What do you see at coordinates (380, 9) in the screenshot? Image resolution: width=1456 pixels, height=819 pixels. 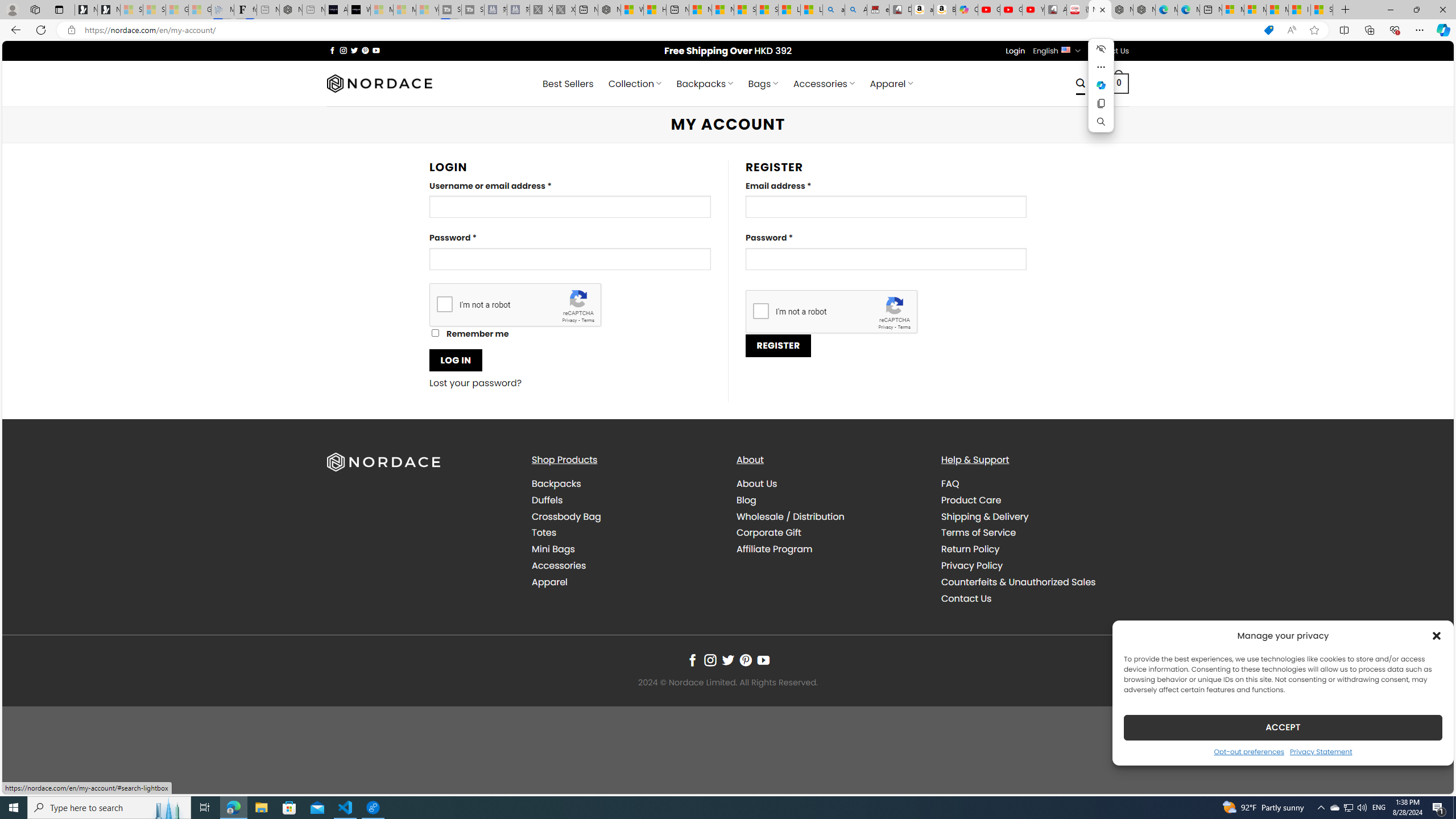 I see `'Microsoft Start Sports - Sleeping'` at bounding box center [380, 9].